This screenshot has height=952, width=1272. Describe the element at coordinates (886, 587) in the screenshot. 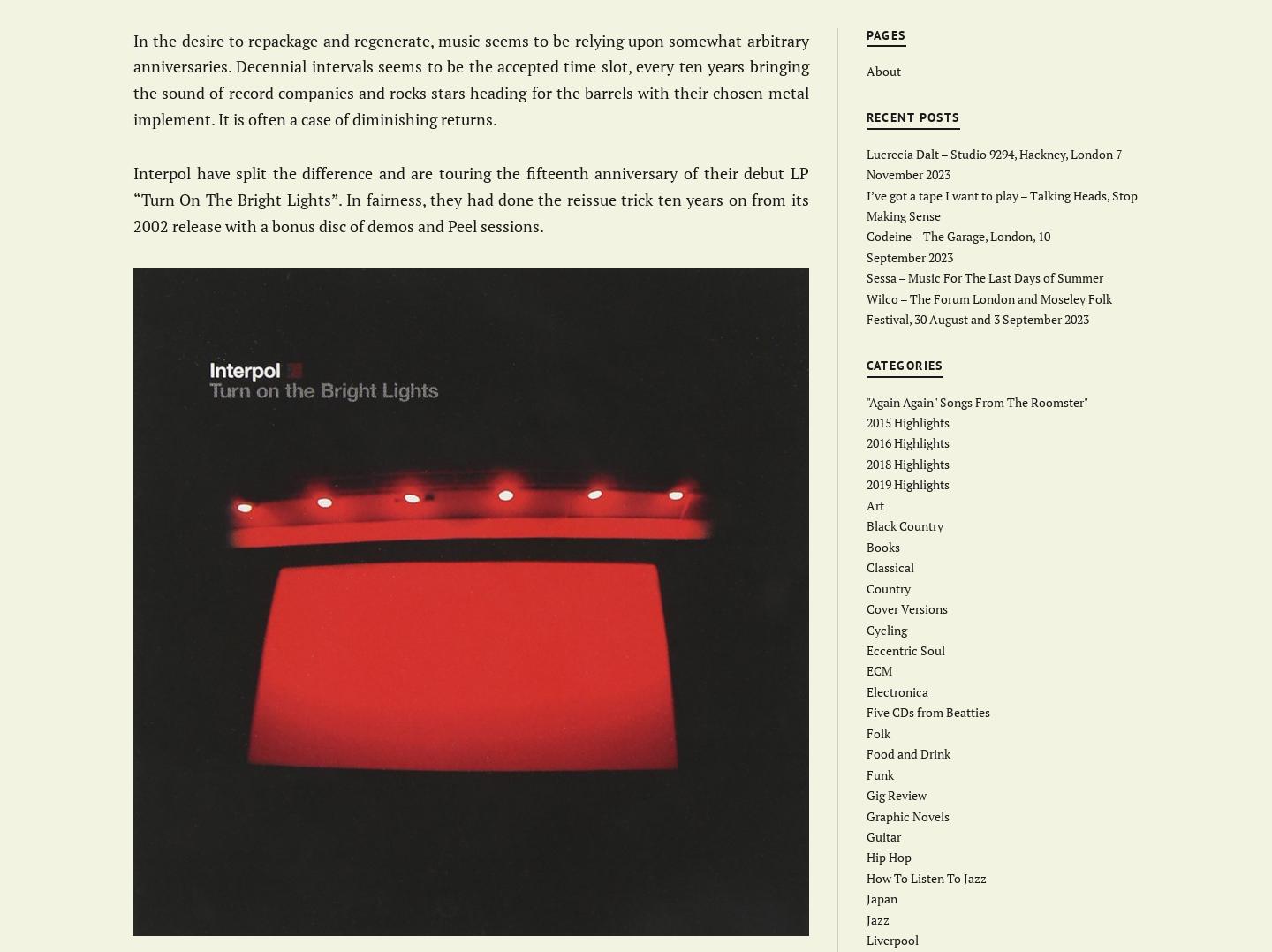

I see `'Country'` at that location.